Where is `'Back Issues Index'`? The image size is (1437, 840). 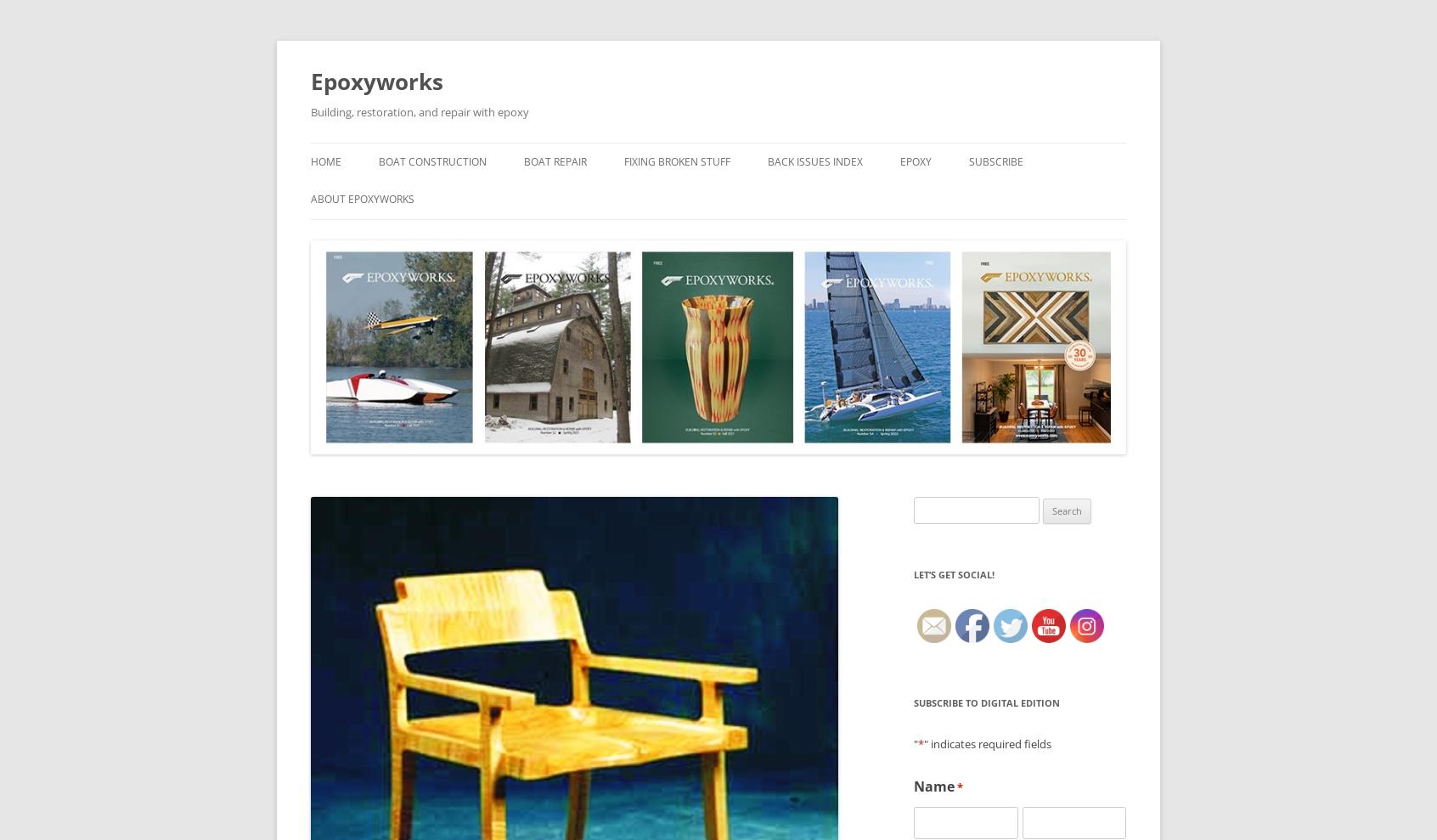
'Back Issues Index' is located at coordinates (767, 161).